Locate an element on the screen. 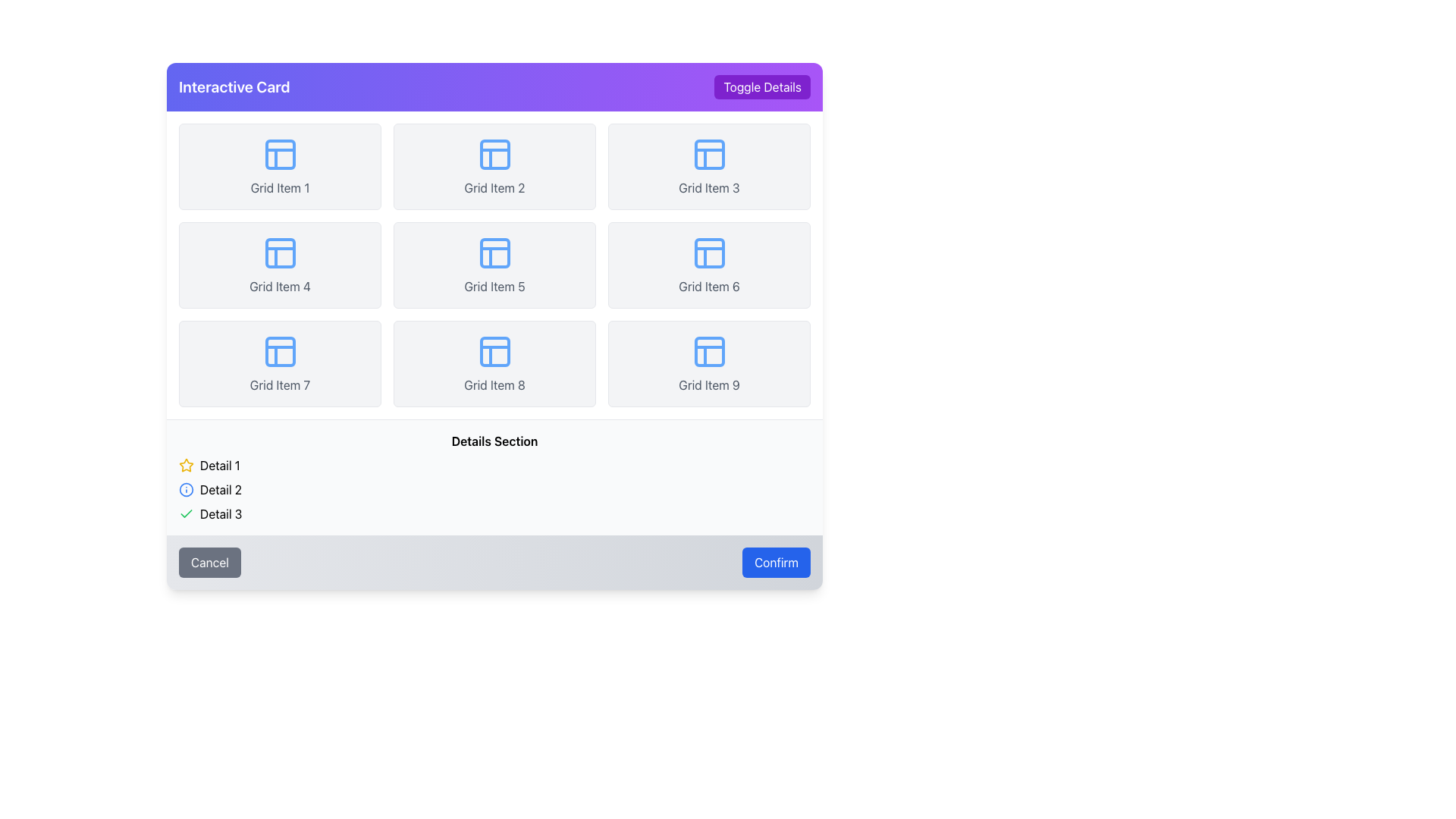 The image size is (1456, 819). the interactive rectangular area of the 'Grid Item 2' icon, which is located in the second column of the top row of the grid layout is located at coordinates (494, 155).